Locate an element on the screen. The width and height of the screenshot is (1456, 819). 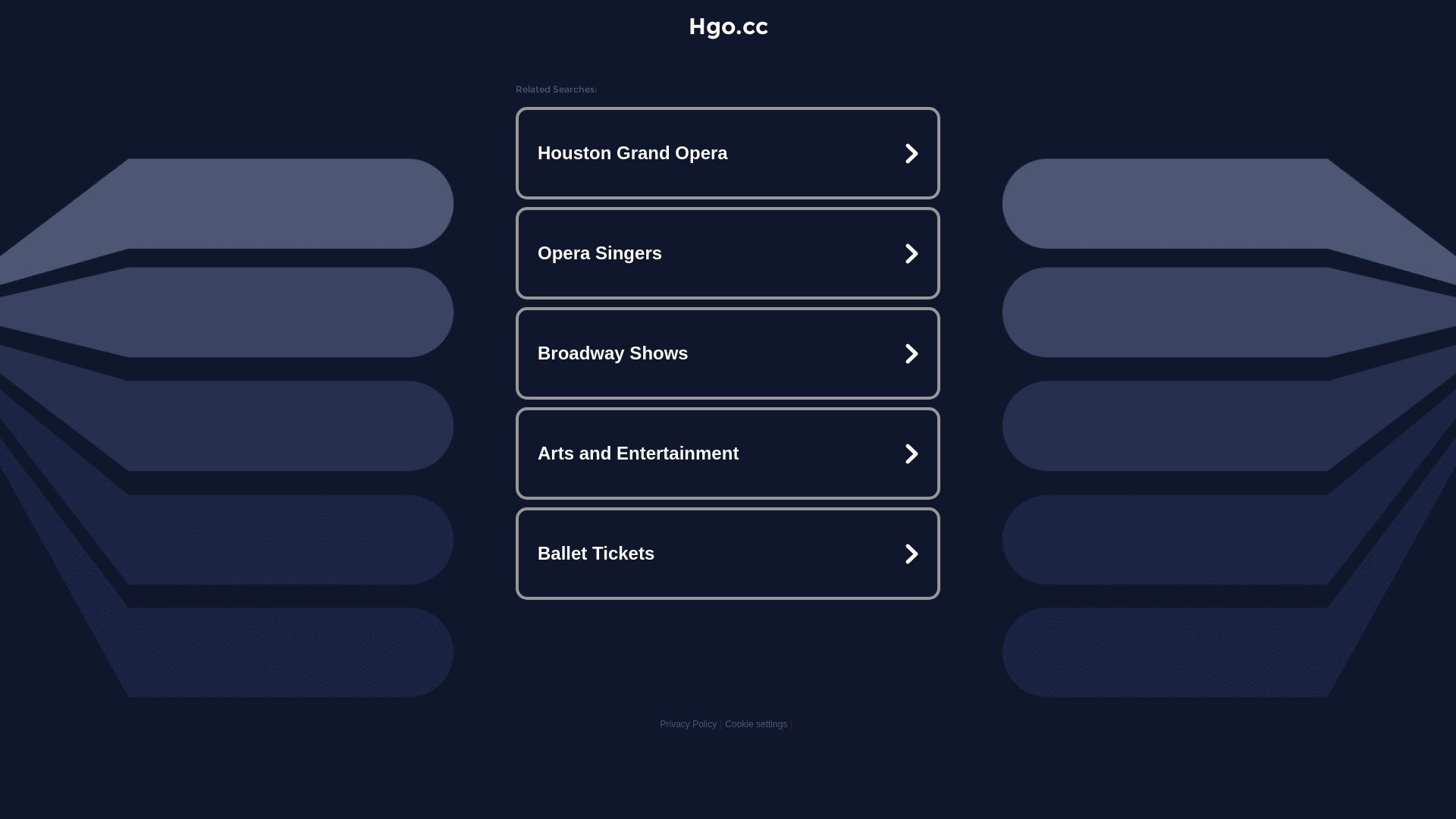
'Cookie settings' is located at coordinates (756, 723).